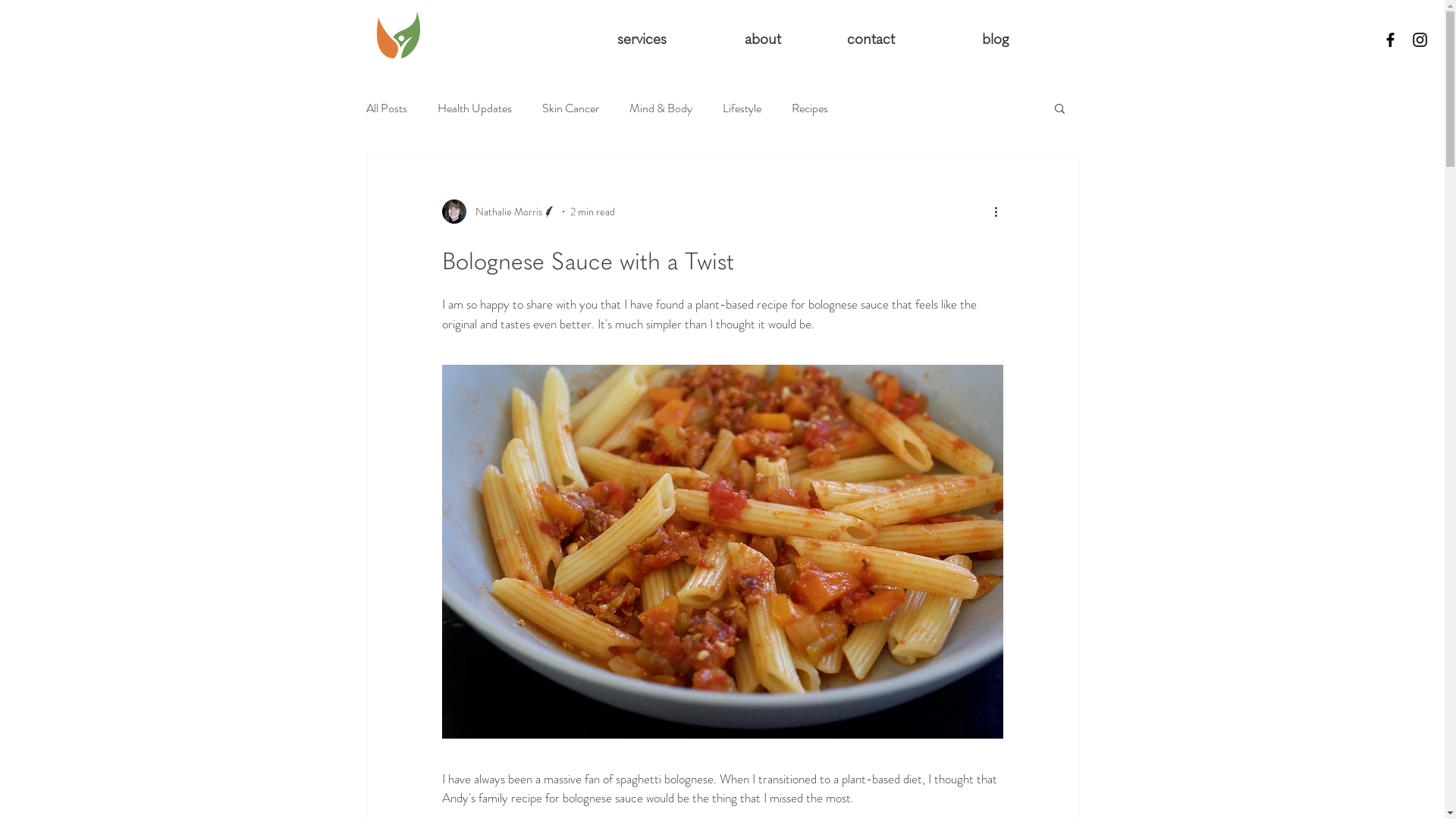 The height and width of the screenshot is (819, 1456). I want to click on 'about', so click(676, 37).